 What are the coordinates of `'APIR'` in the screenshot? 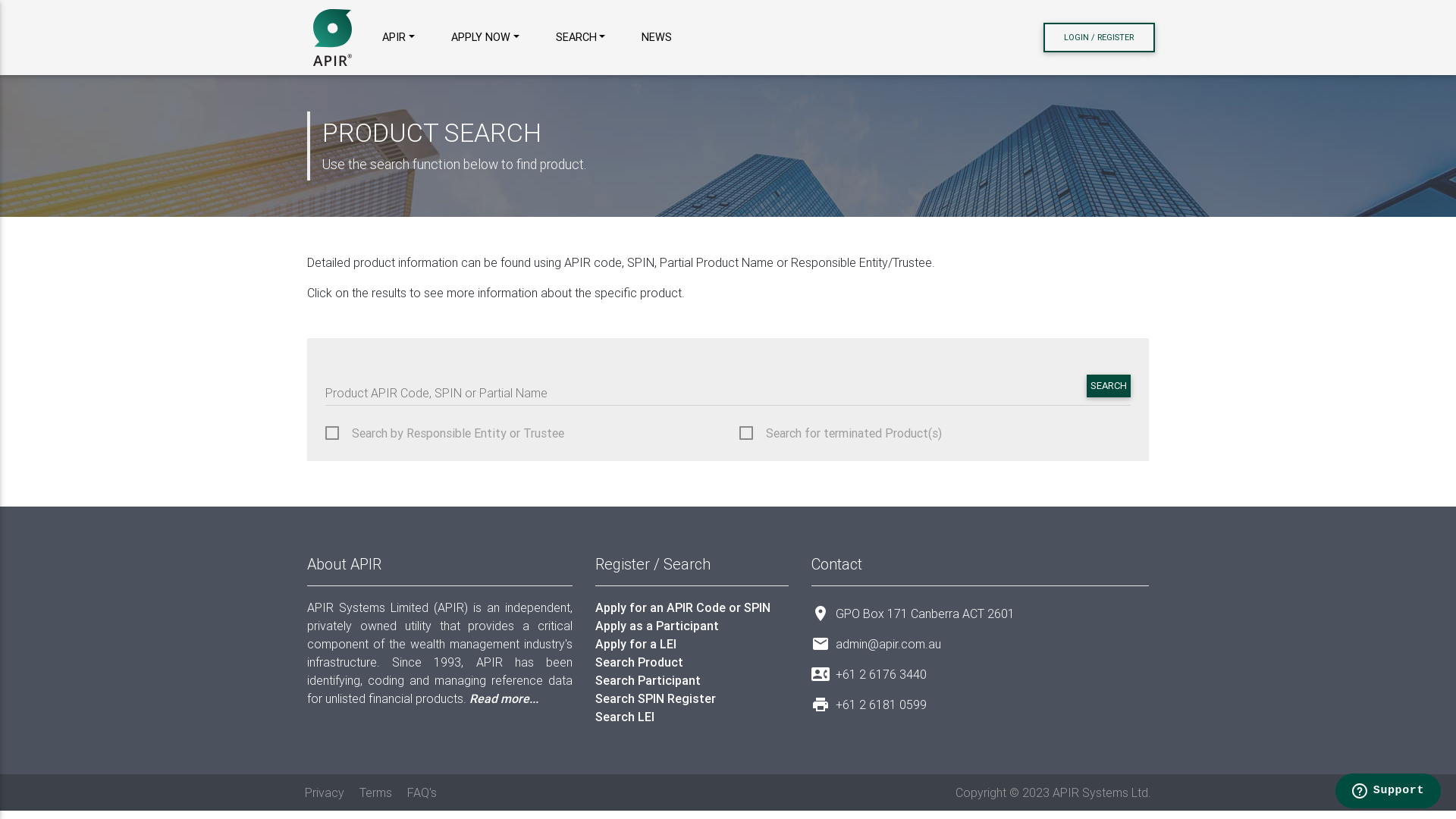 It's located at (375, 37).